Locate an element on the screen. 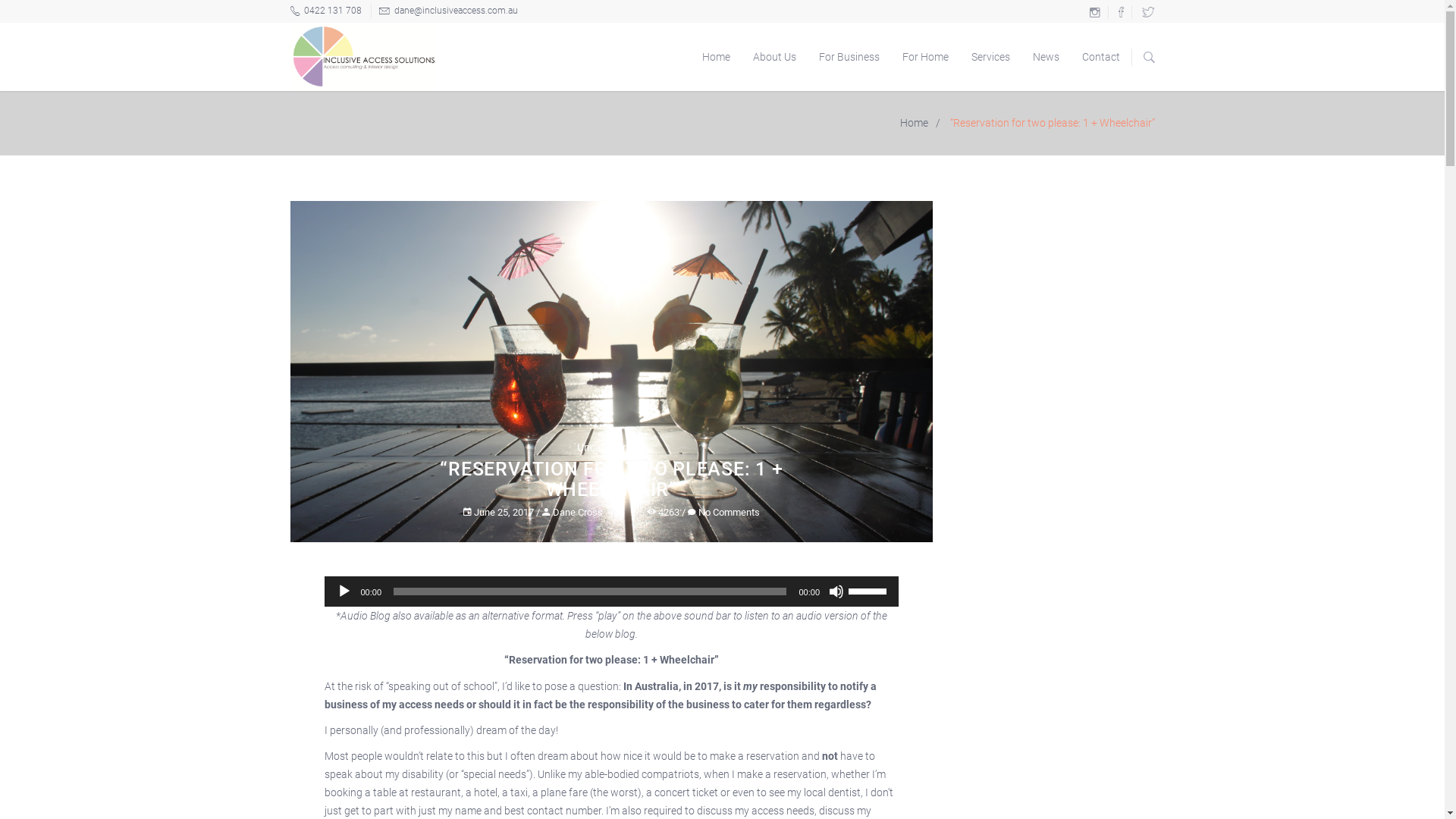  'News' is located at coordinates (1044, 55).